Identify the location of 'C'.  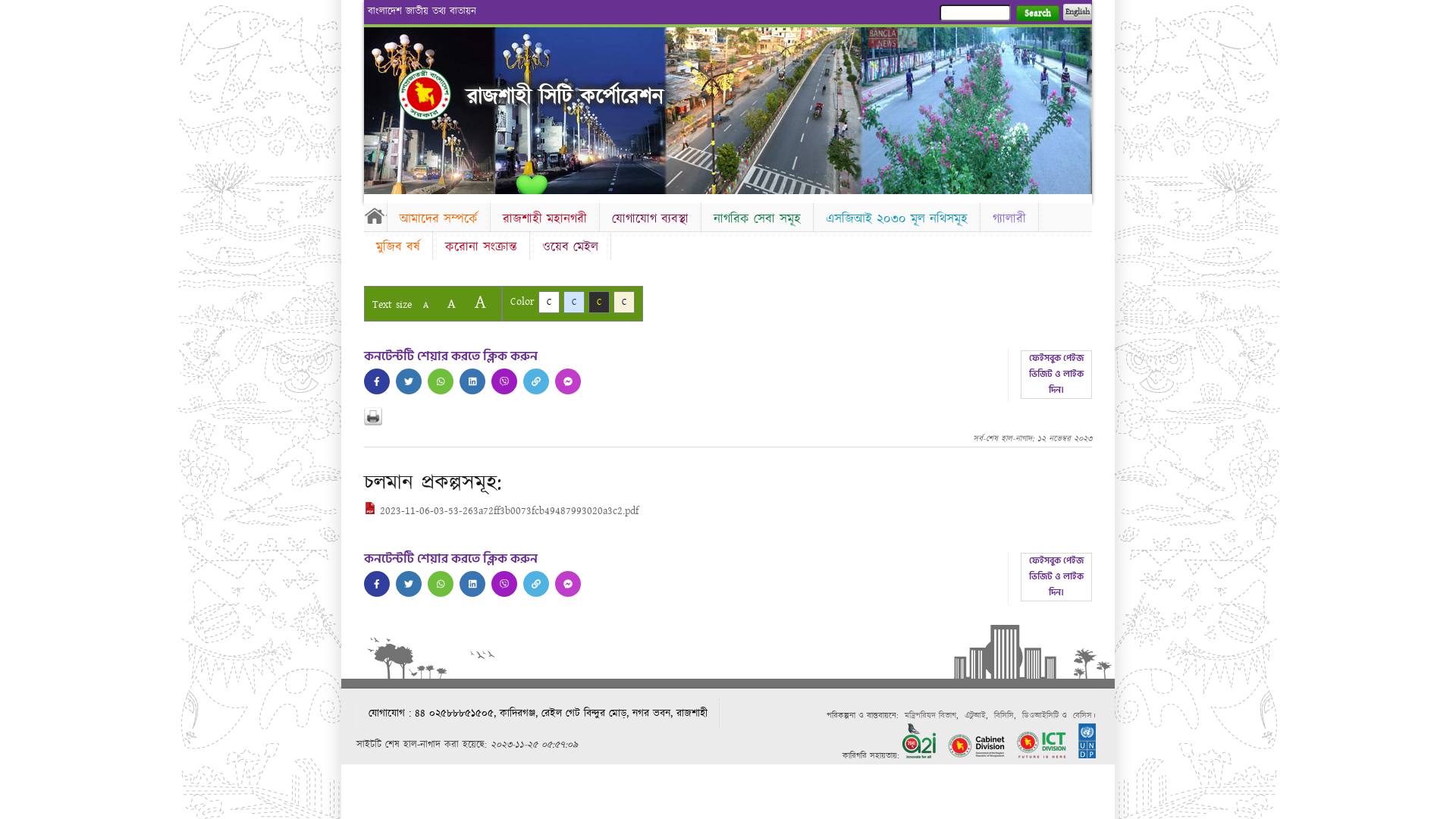
(563, 302).